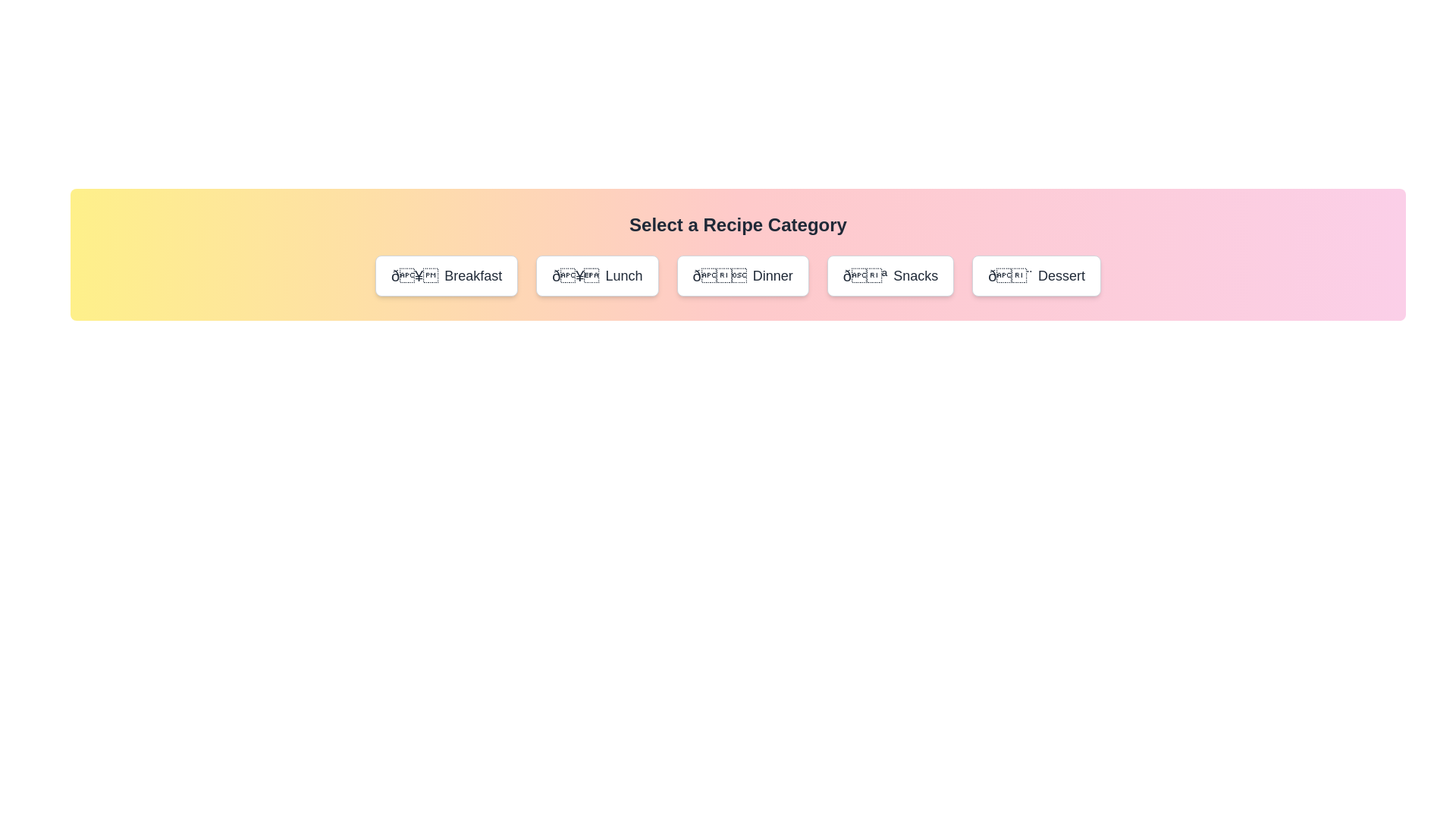 The height and width of the screenshot is (819, 1456). Describe the element at coordinates (596, 275) in the screenshot. I see `the button corresponding to the category Lunch` at that location.